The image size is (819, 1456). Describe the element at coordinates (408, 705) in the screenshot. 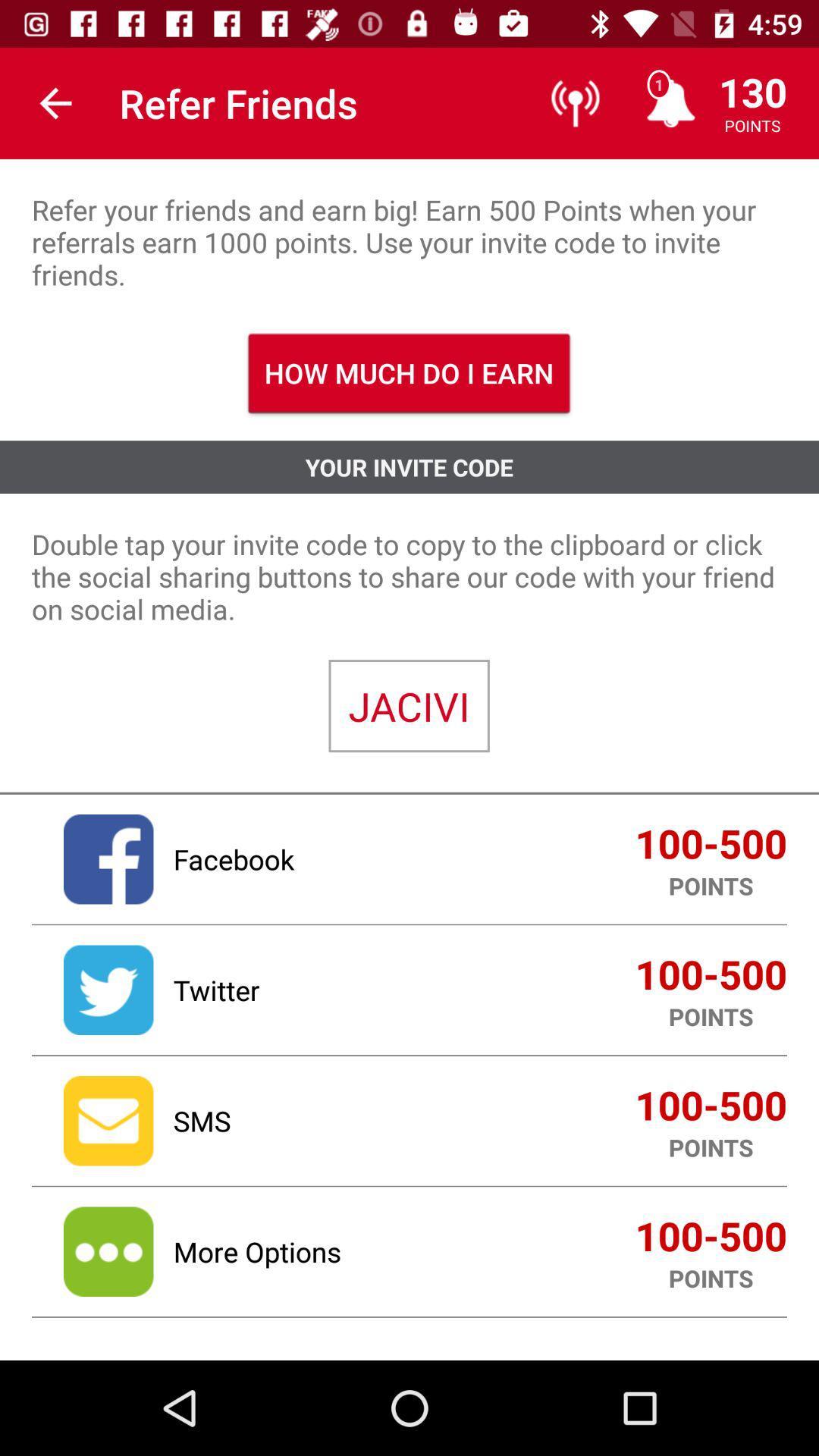

I see `the icon below the double tap your` at that location.